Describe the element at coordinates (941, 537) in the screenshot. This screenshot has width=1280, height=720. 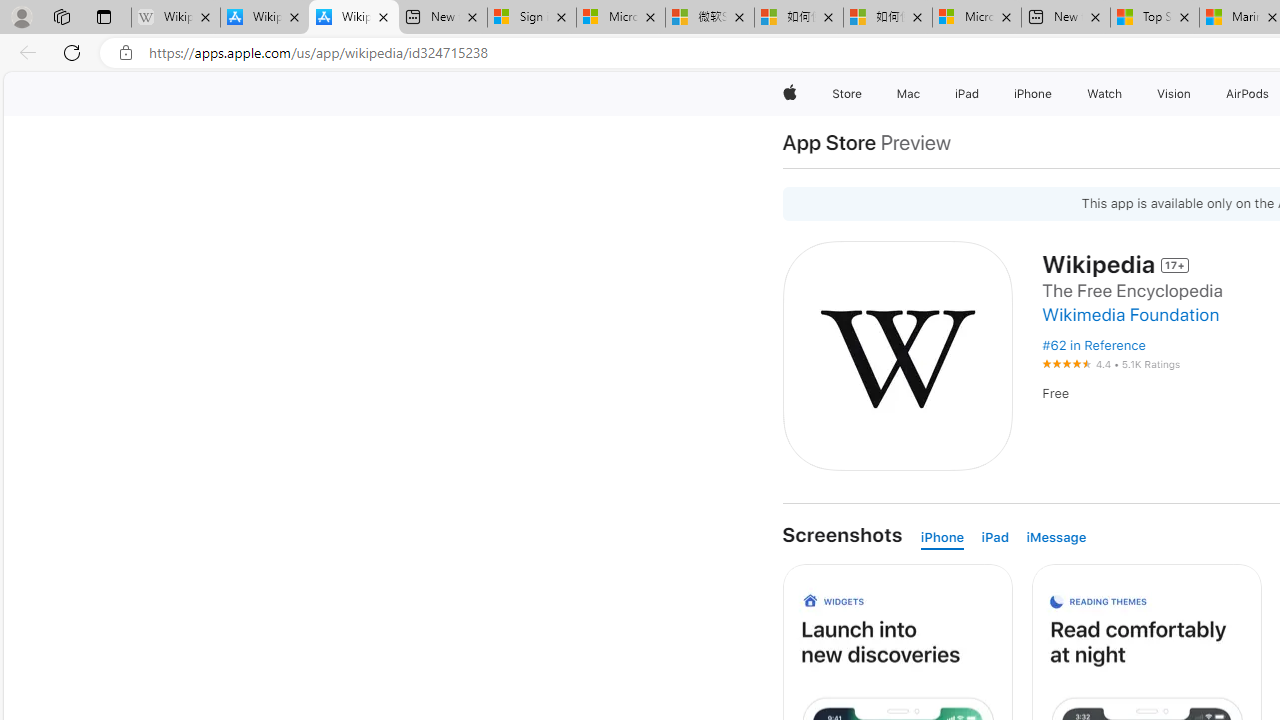
I see `'iPhone'` at that location.